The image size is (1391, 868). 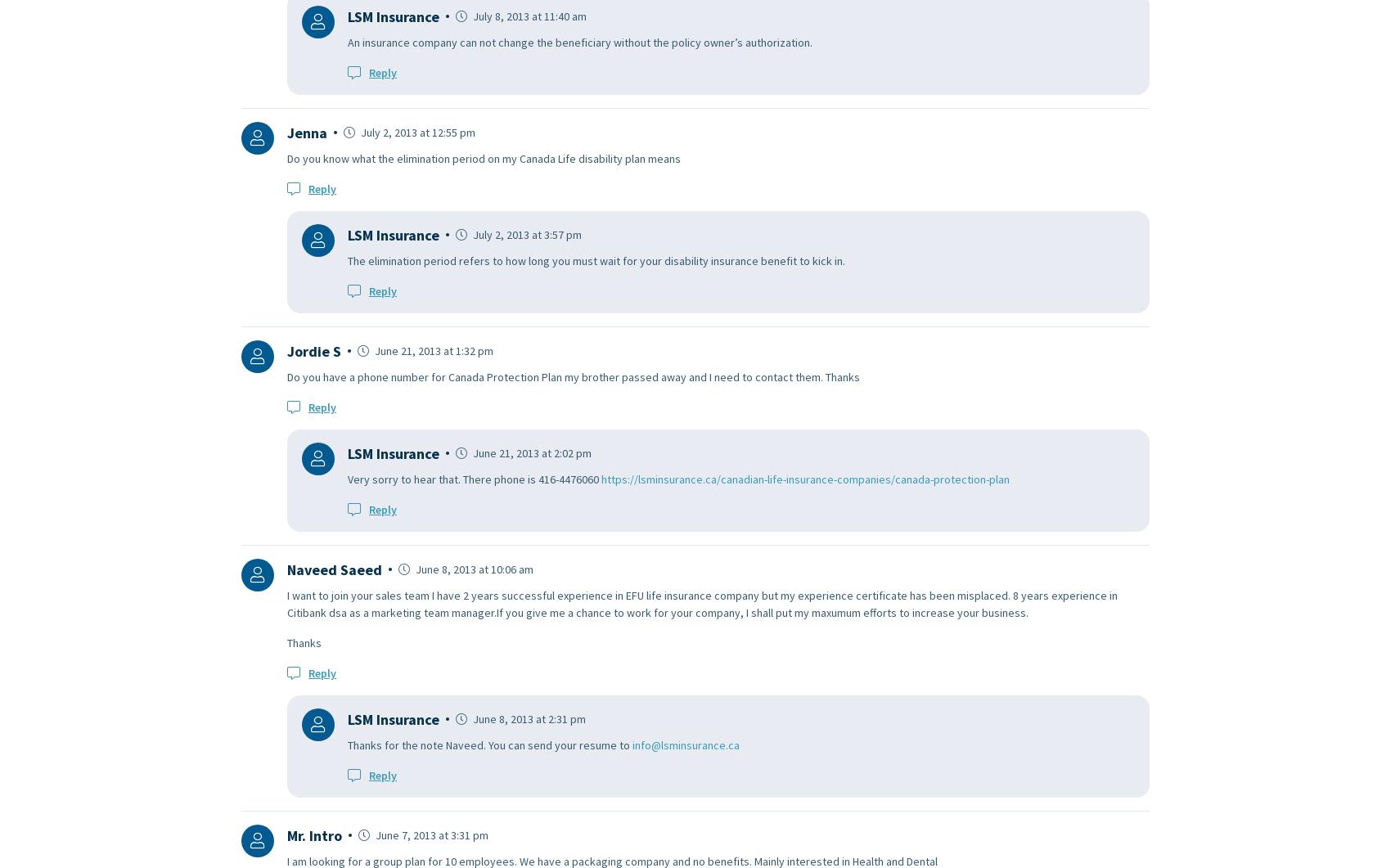 I want to click on 'June 7, 2013 at 3:31 pm', so click(x=430, y=834).